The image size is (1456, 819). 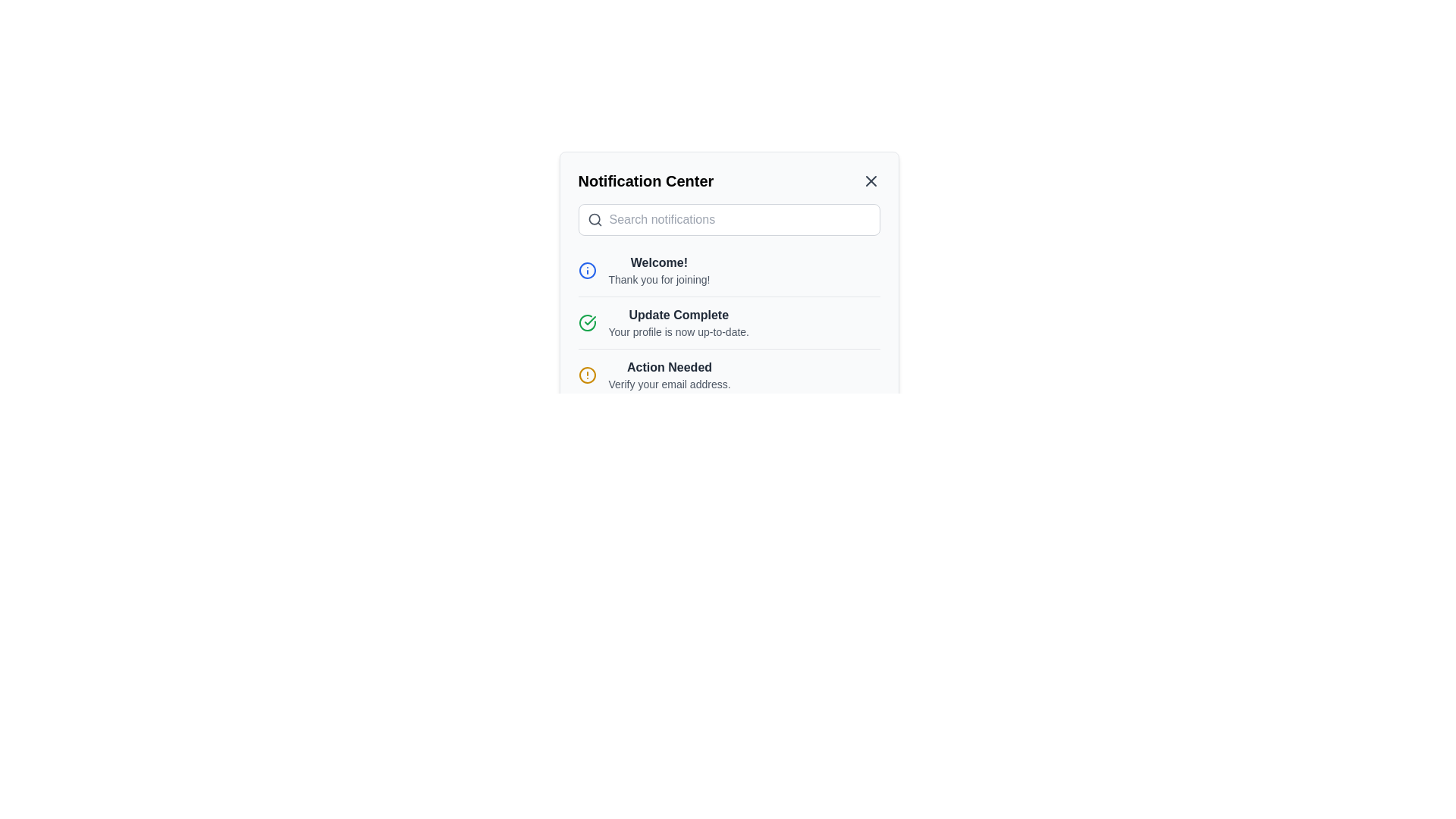 I want to click on the circular indicator within the notification or alert icon, which is located next to the 'Action Needed' text in the 'Notification Center' user interface, indicating a yellow alert, so click(x=586, y=375).